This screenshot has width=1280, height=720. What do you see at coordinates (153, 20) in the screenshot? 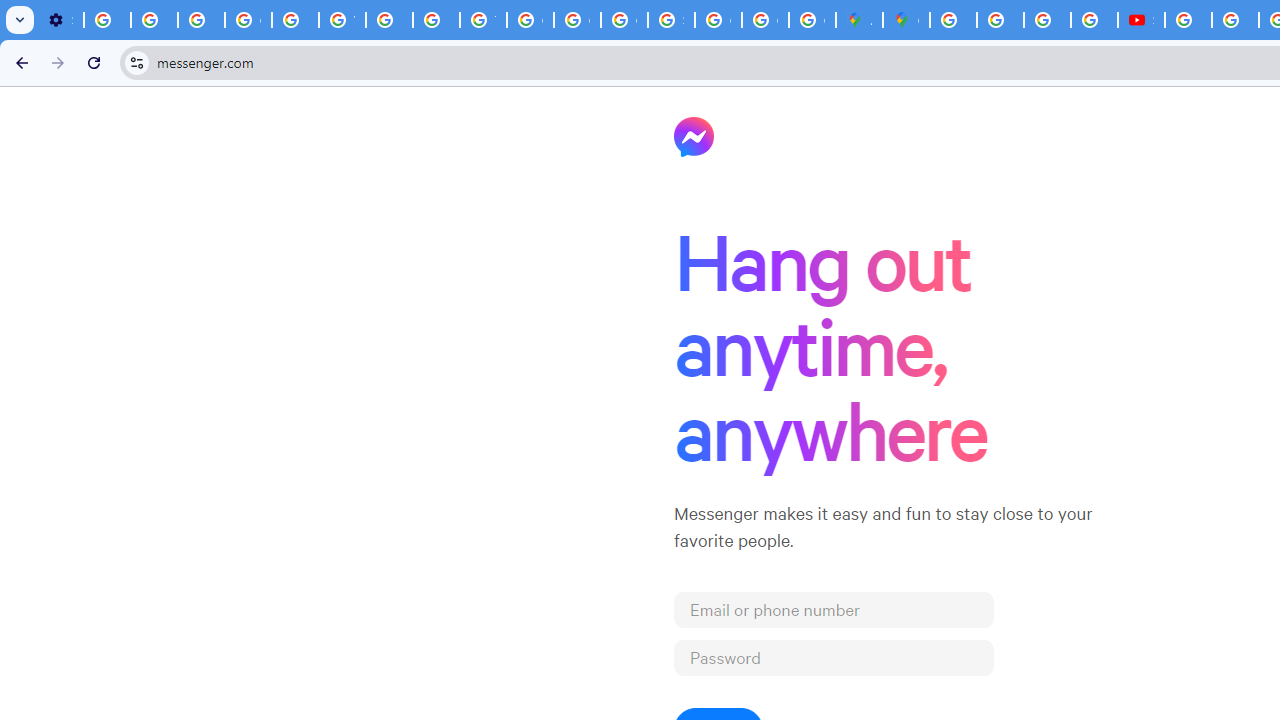
I see `'Learn how to find your photos - Google Photos Help'` at bounding box center [153, 20].